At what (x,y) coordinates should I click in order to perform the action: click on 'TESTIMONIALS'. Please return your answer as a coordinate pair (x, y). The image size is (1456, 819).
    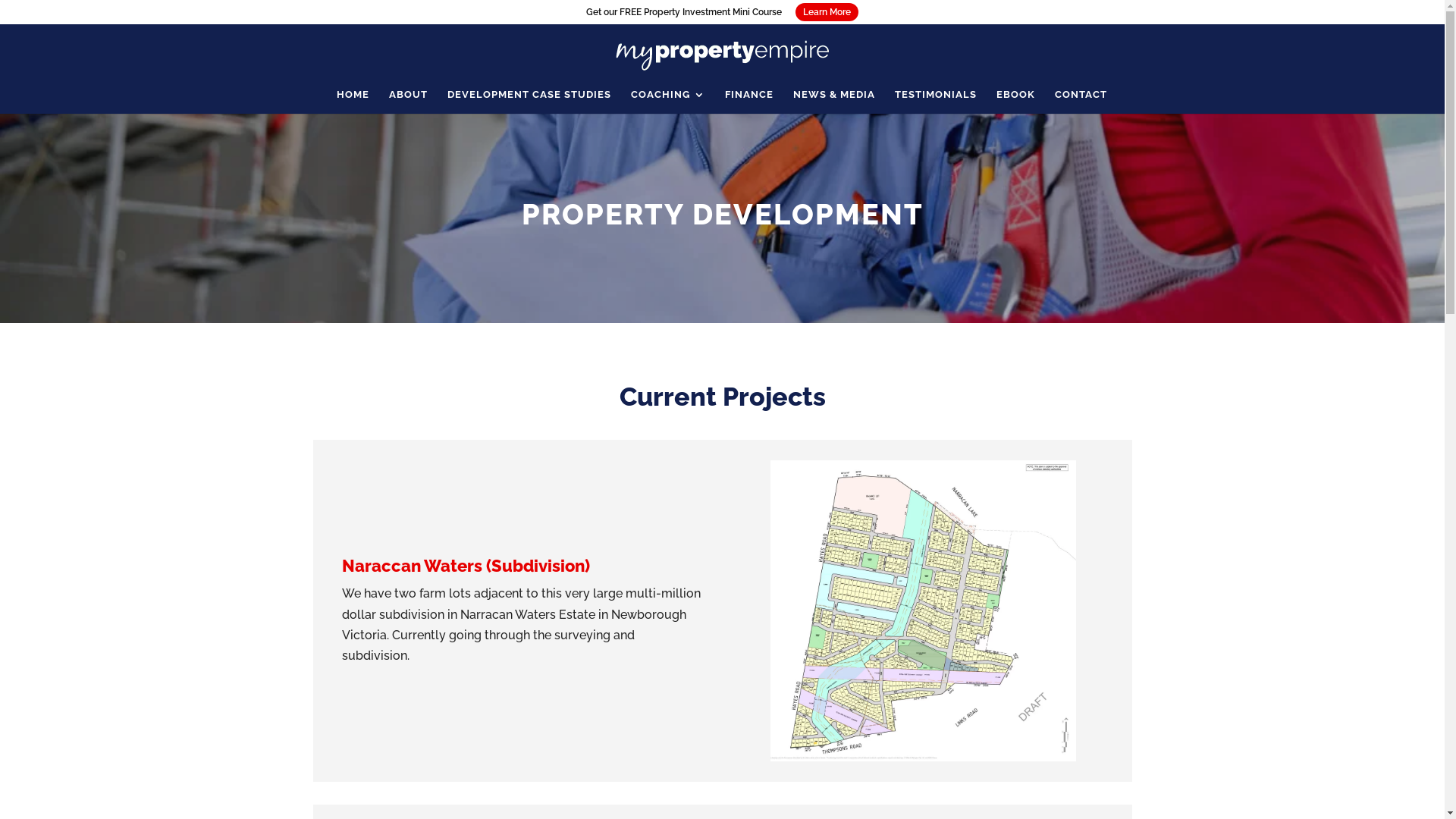
    Looking at the image, I should click on (934, 102).